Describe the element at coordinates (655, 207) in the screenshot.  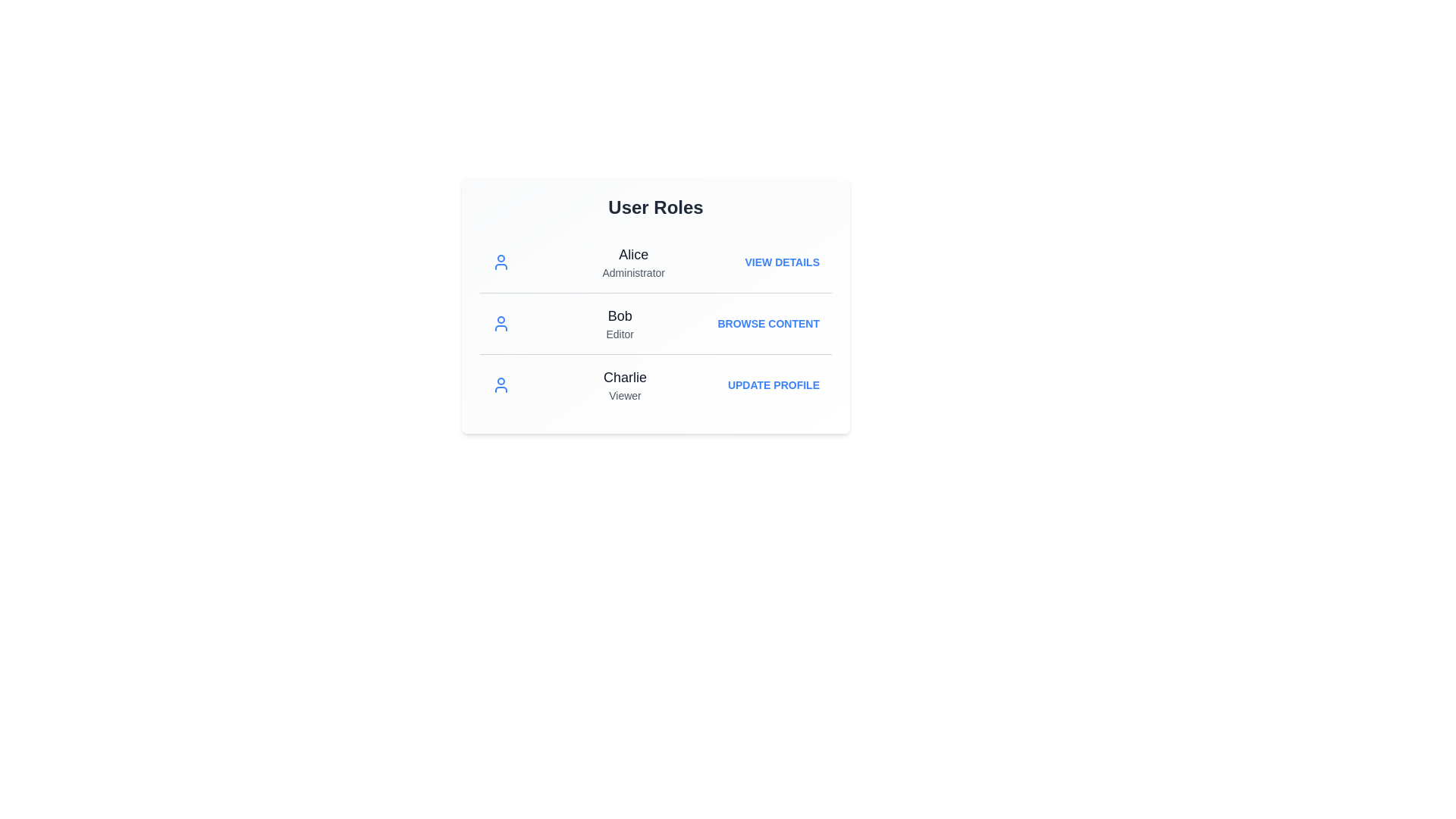
I see `header text 'User Roles' which is styled with bold and enlarged font, located at the top of the card UI` at that location.